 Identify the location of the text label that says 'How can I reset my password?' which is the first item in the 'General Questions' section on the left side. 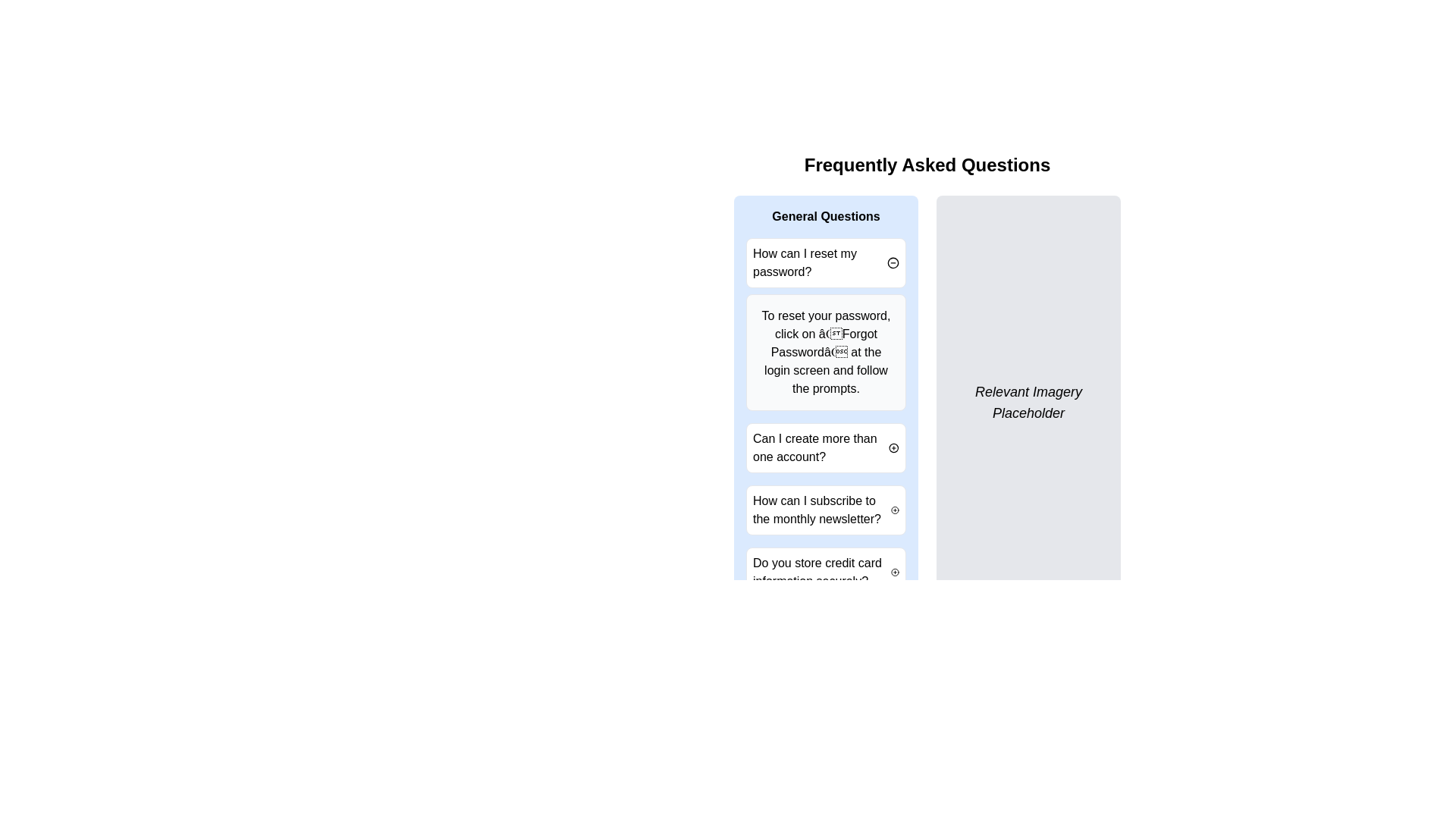
(819, 262).